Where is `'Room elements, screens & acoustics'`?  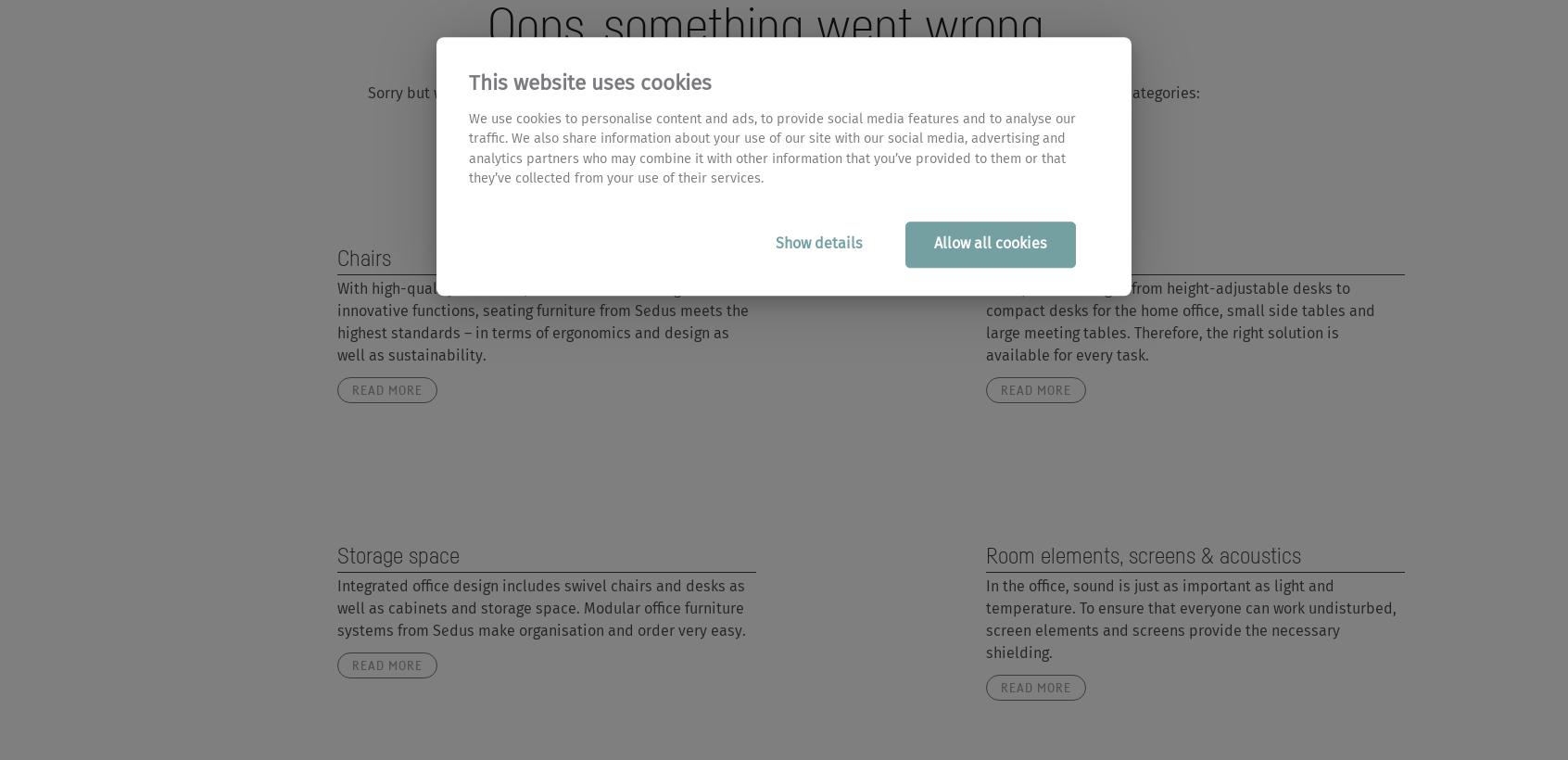
'Room elements, screens & acoustics' is located at coordinates (1142, 554).